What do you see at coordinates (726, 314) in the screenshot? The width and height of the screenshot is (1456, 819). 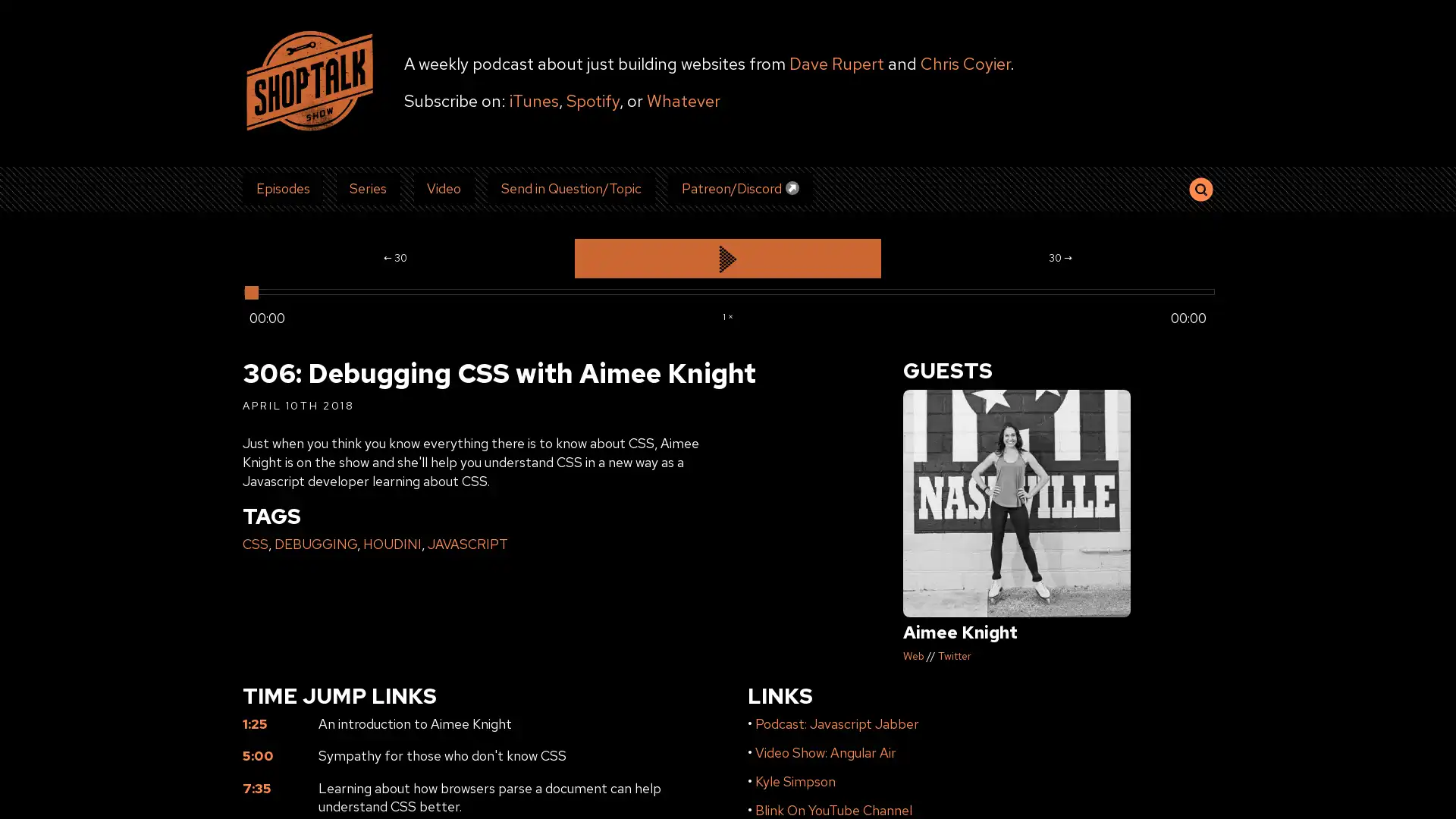 I see `1` at bounding box center [726, 314].